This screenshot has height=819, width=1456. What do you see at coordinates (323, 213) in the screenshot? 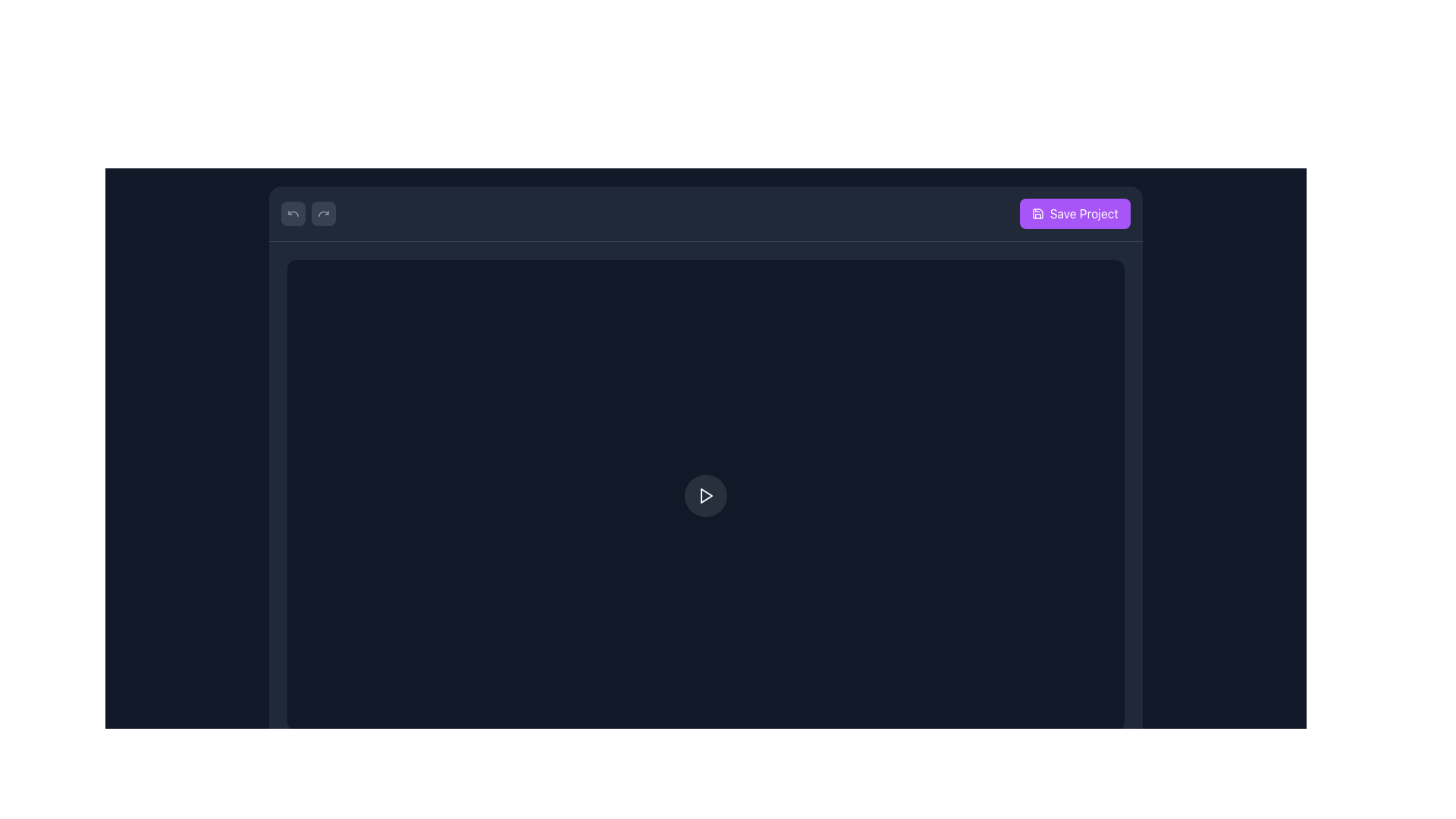
I see `the redo icon located in the top-left portion of the interface, adjacent to the undo icon` at bounding box center [323, 213].